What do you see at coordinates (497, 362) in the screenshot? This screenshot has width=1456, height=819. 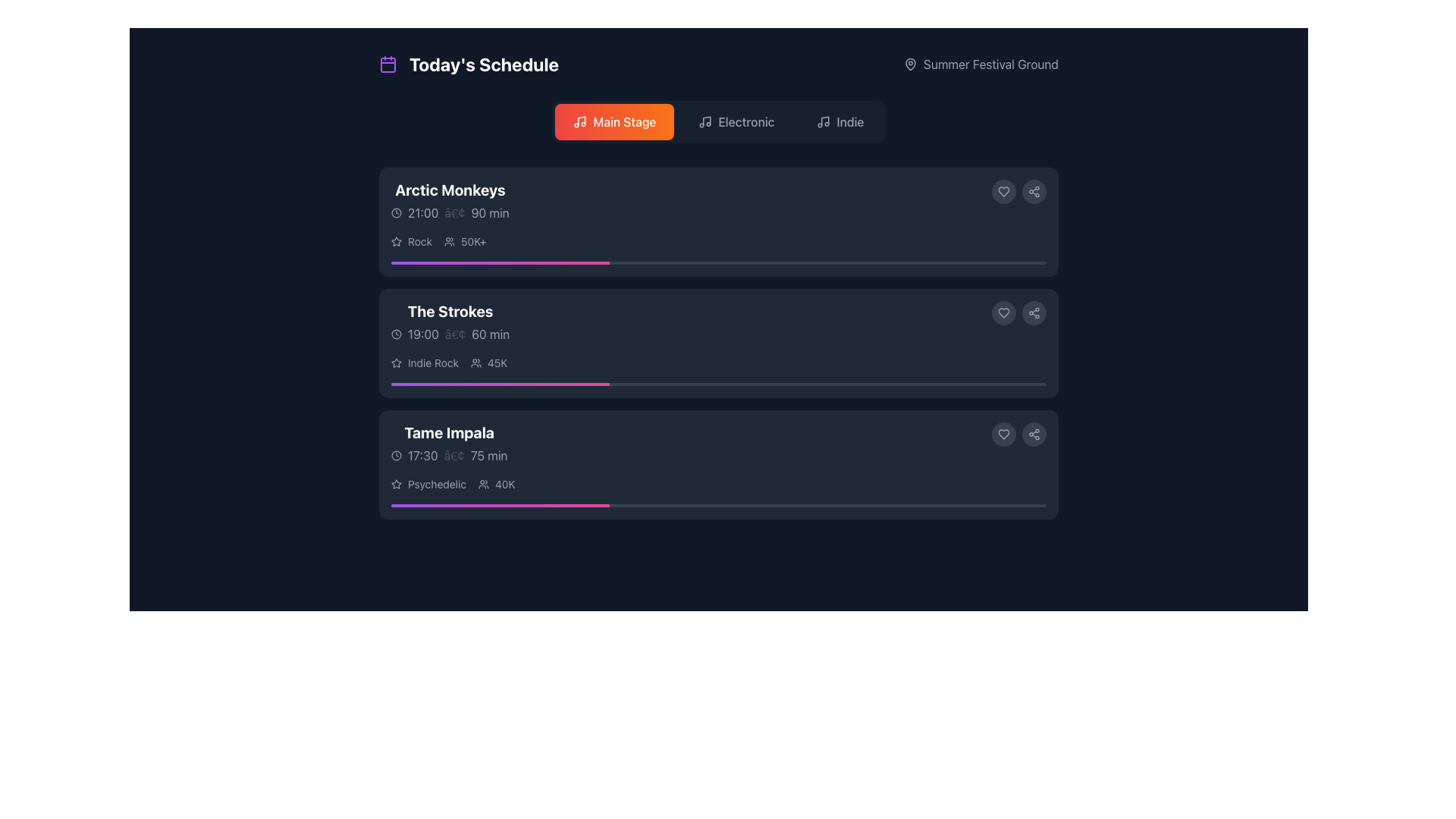 I see `the static text element displaying '45K', which is light gray and positioned next to a group of people icon in the second event card labeled 'The Strokes'` at bounding box center [497, 362].